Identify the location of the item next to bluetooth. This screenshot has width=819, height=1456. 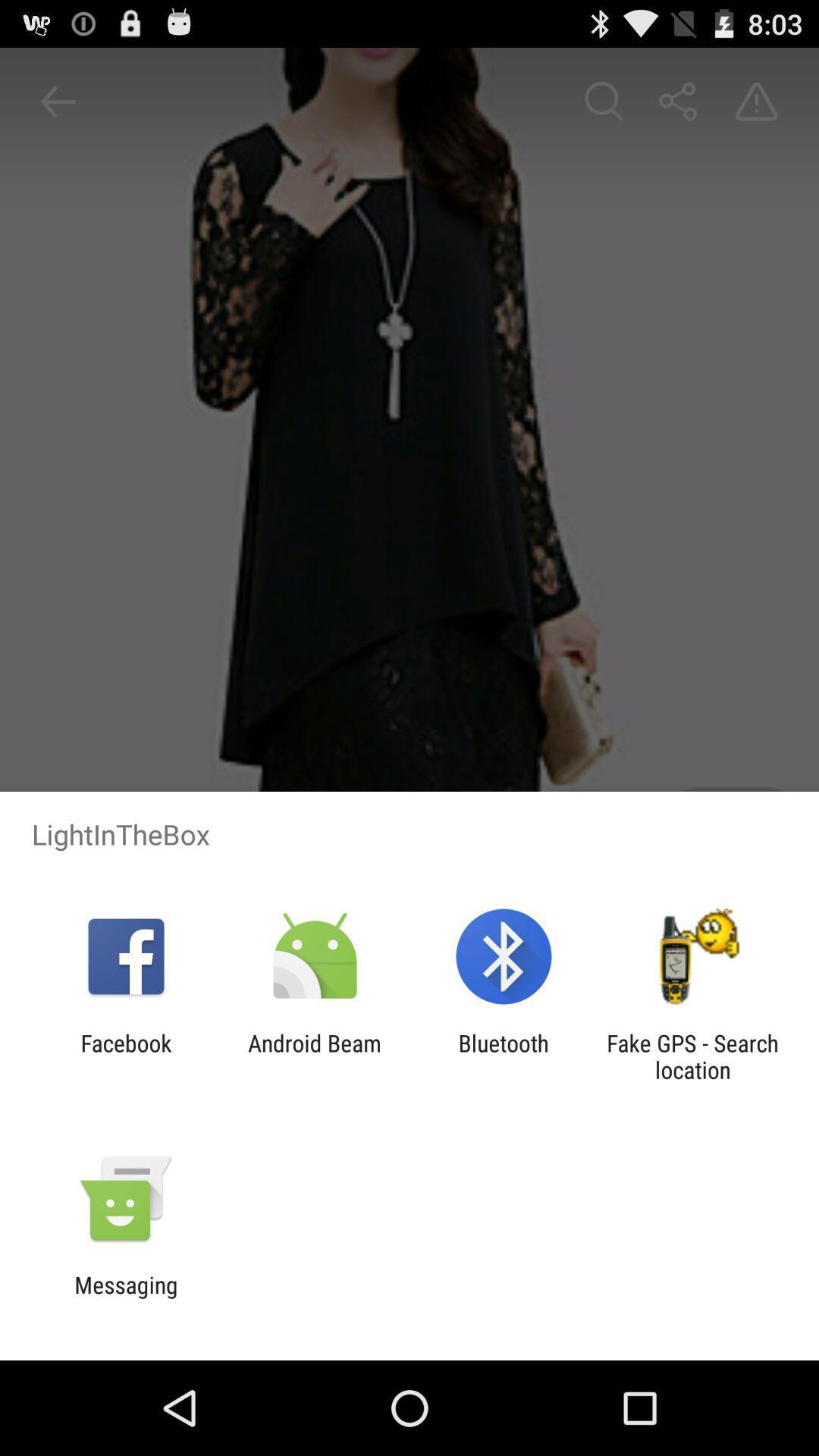
(314, 1056).